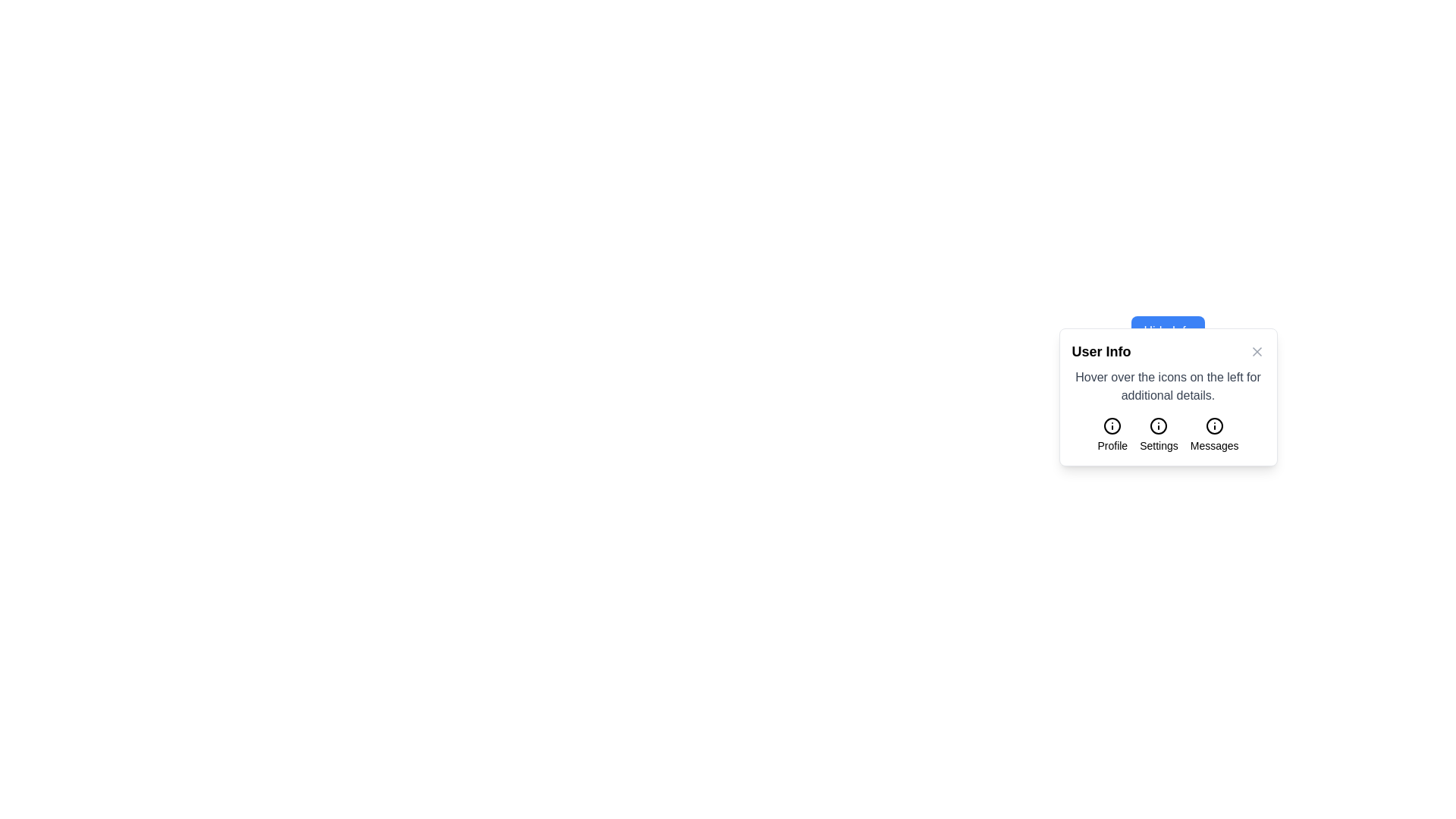 Image resolution: width=1456 pixels, height=819 pixels. What do you see at coordinates (1158, 435) in the screenshot?
I see `the 'Settings' button, which is a vertically arranged component with a circular icon containing an 'i' symbol above the text label 'Settings', positioned between the 'Profile' and 'Messages' elements in a central popup card` at bounding box center [1158, 435].